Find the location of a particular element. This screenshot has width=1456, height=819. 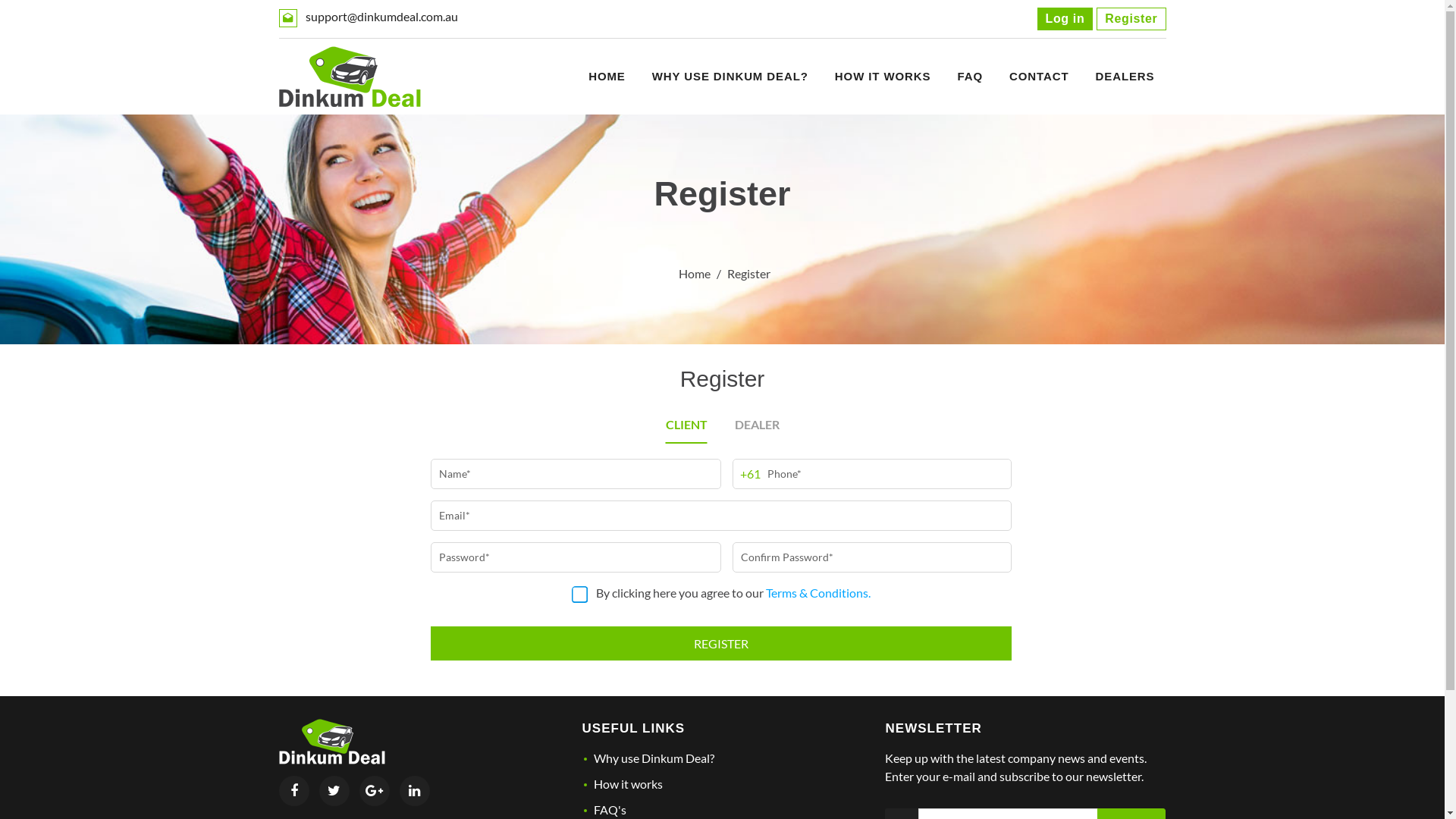

'CONTACT' is located at coordinates (997, 76).